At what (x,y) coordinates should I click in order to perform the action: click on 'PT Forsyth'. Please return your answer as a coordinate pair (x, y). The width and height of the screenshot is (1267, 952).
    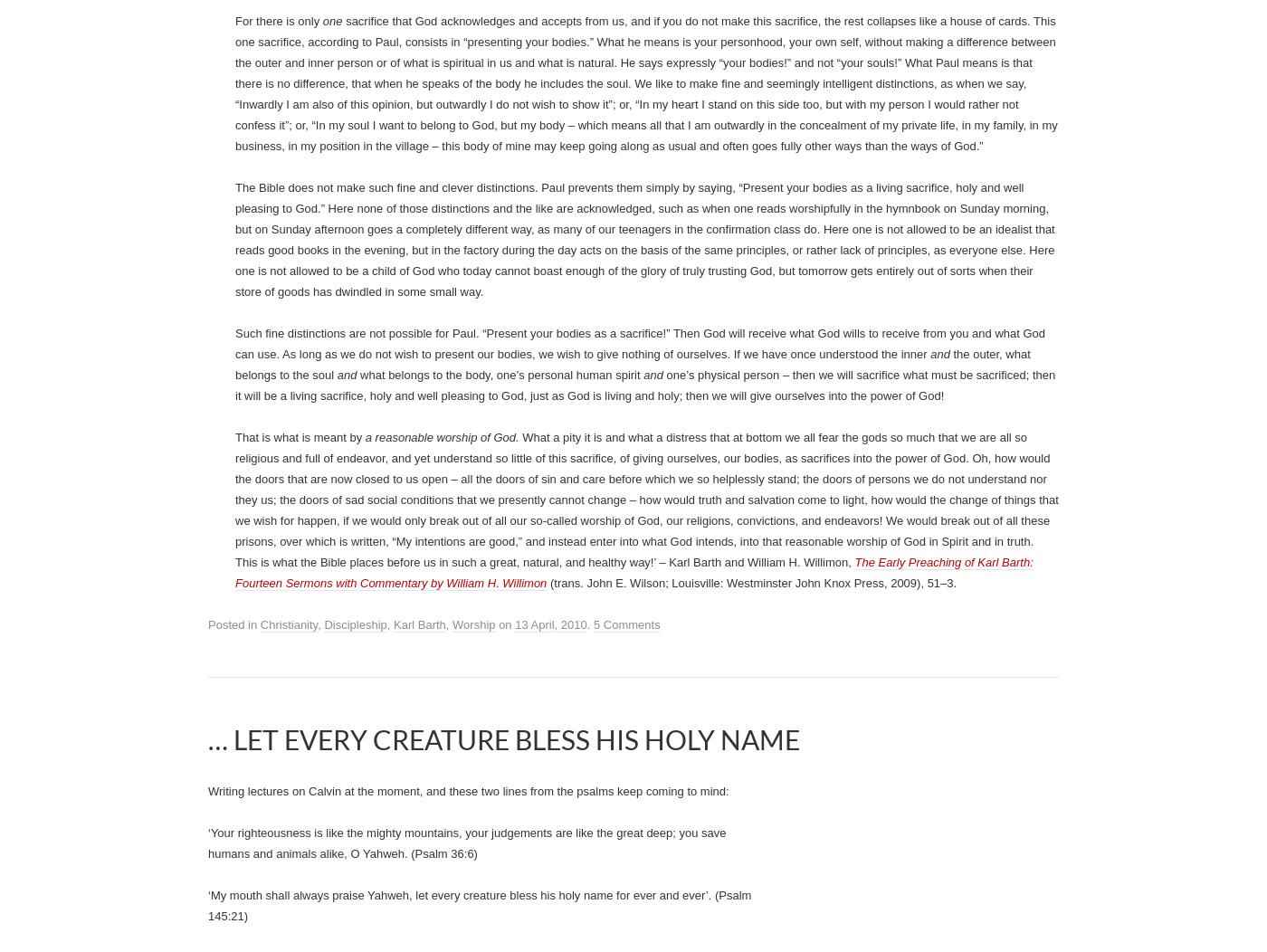
    Looking at the image, I should click on (333, 49).